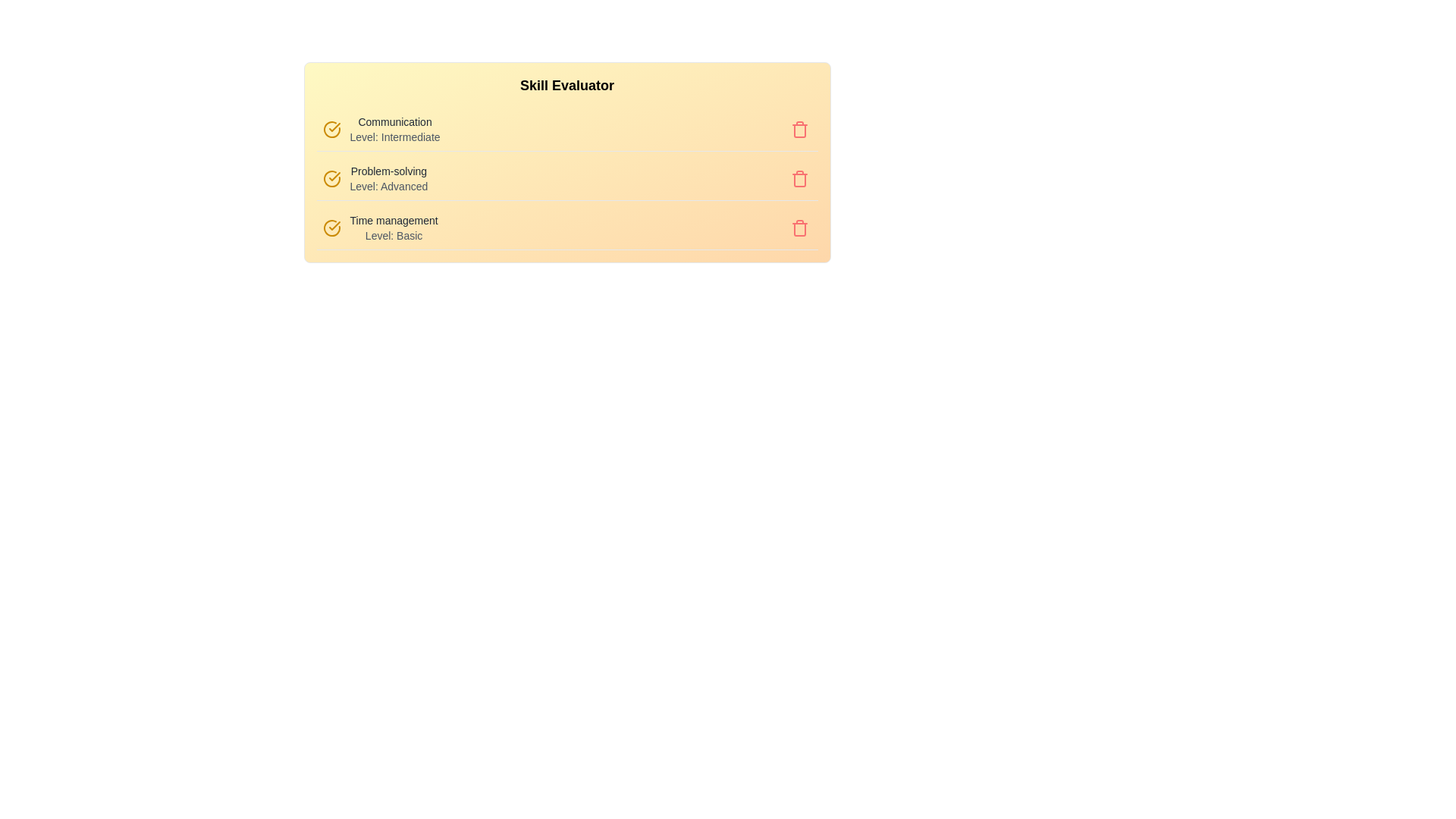 The width and height of the screenshot is (1456, 819). Describe the element at coordinates (566, 85) in the screenshot. I see `the heading 'Skill Evaluator' to select it` at that location.